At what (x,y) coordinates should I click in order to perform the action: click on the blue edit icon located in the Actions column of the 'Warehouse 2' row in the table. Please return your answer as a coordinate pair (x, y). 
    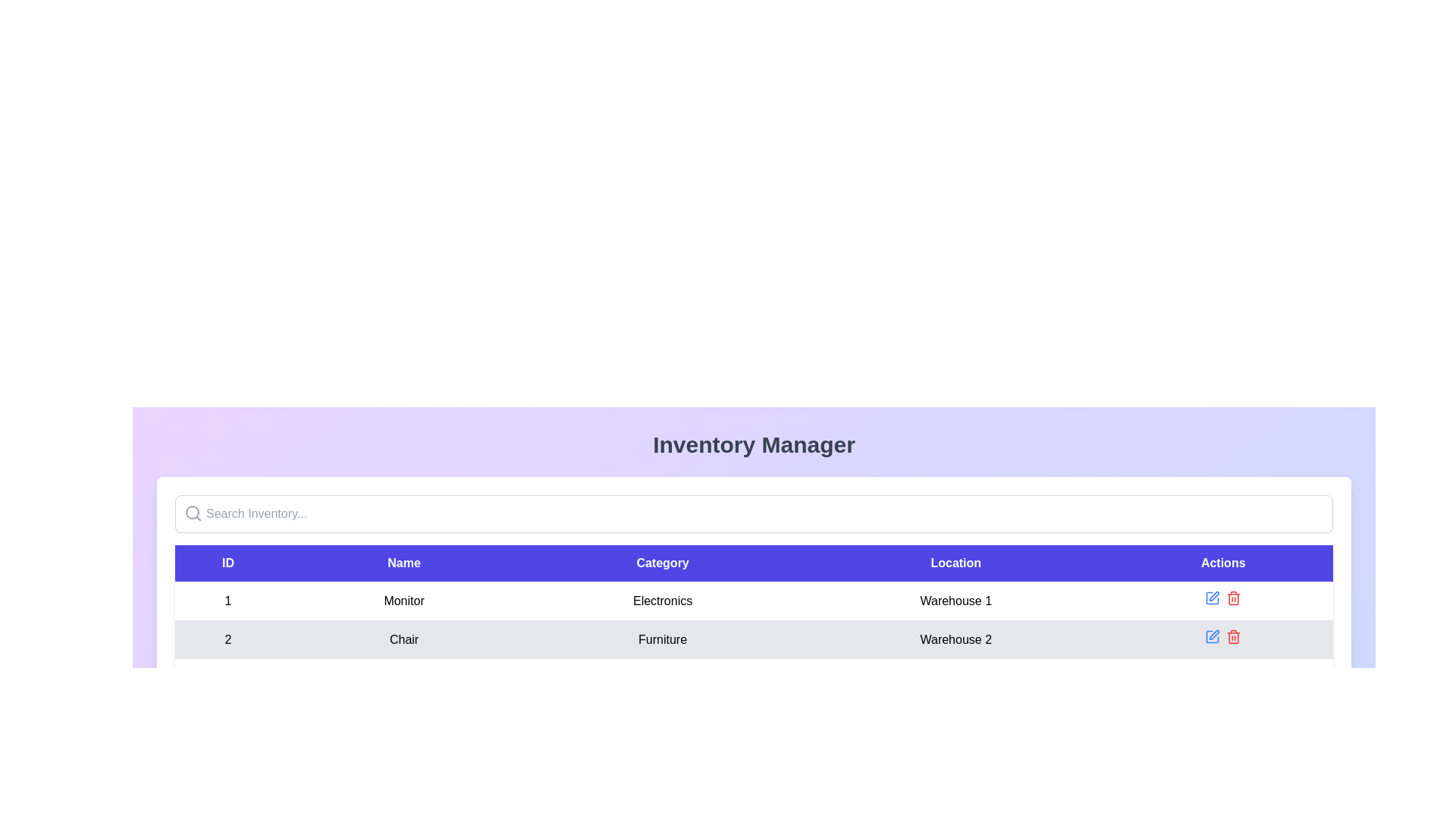
    Looking at the image, I should click on (1223, 639).